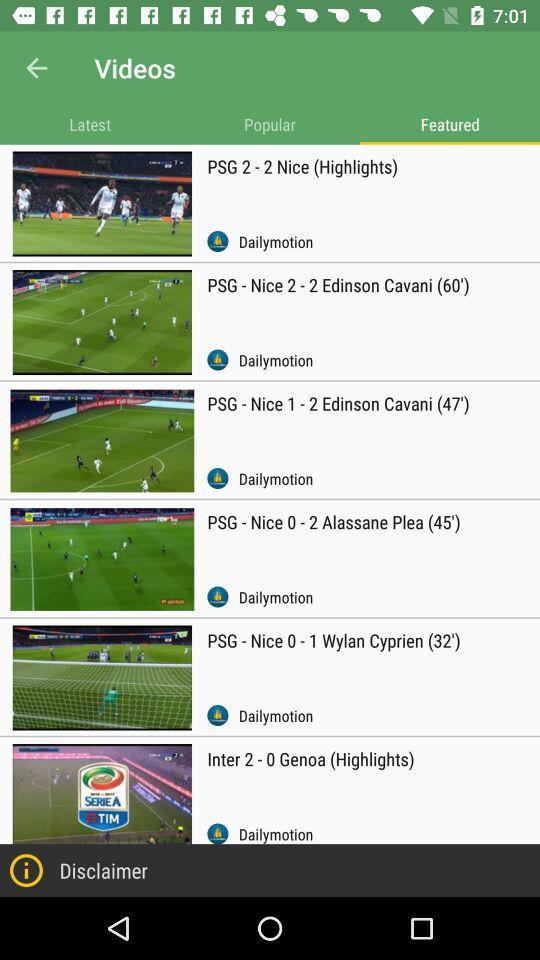 This screenshot has height=960, width=540. I want to click on item to the left of videos icon, so click(36, 68).